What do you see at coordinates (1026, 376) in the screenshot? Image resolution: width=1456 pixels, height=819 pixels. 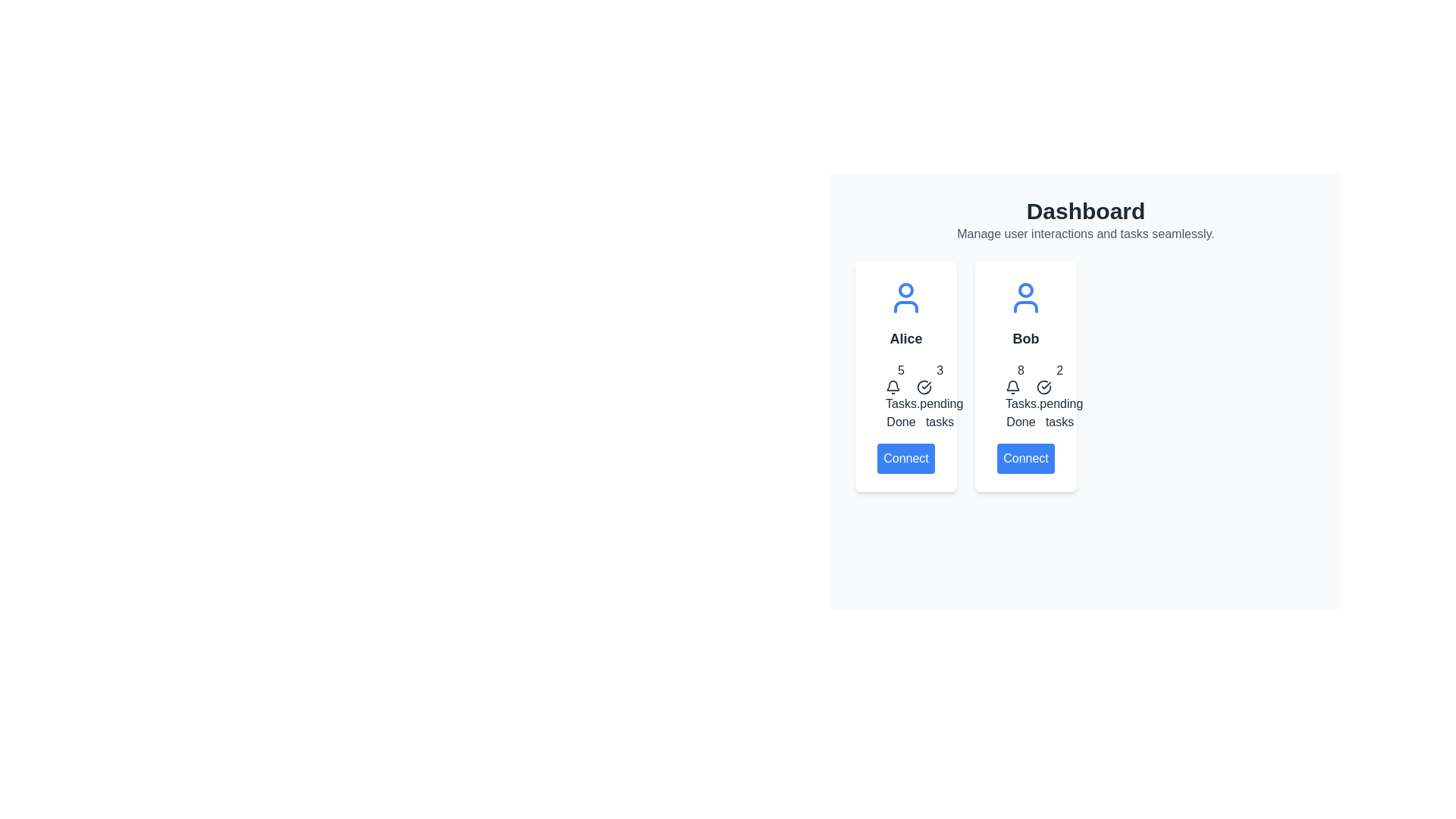 I see `the second profile card, which displays the user's name and task counts` at bounding box center [1026, 376].